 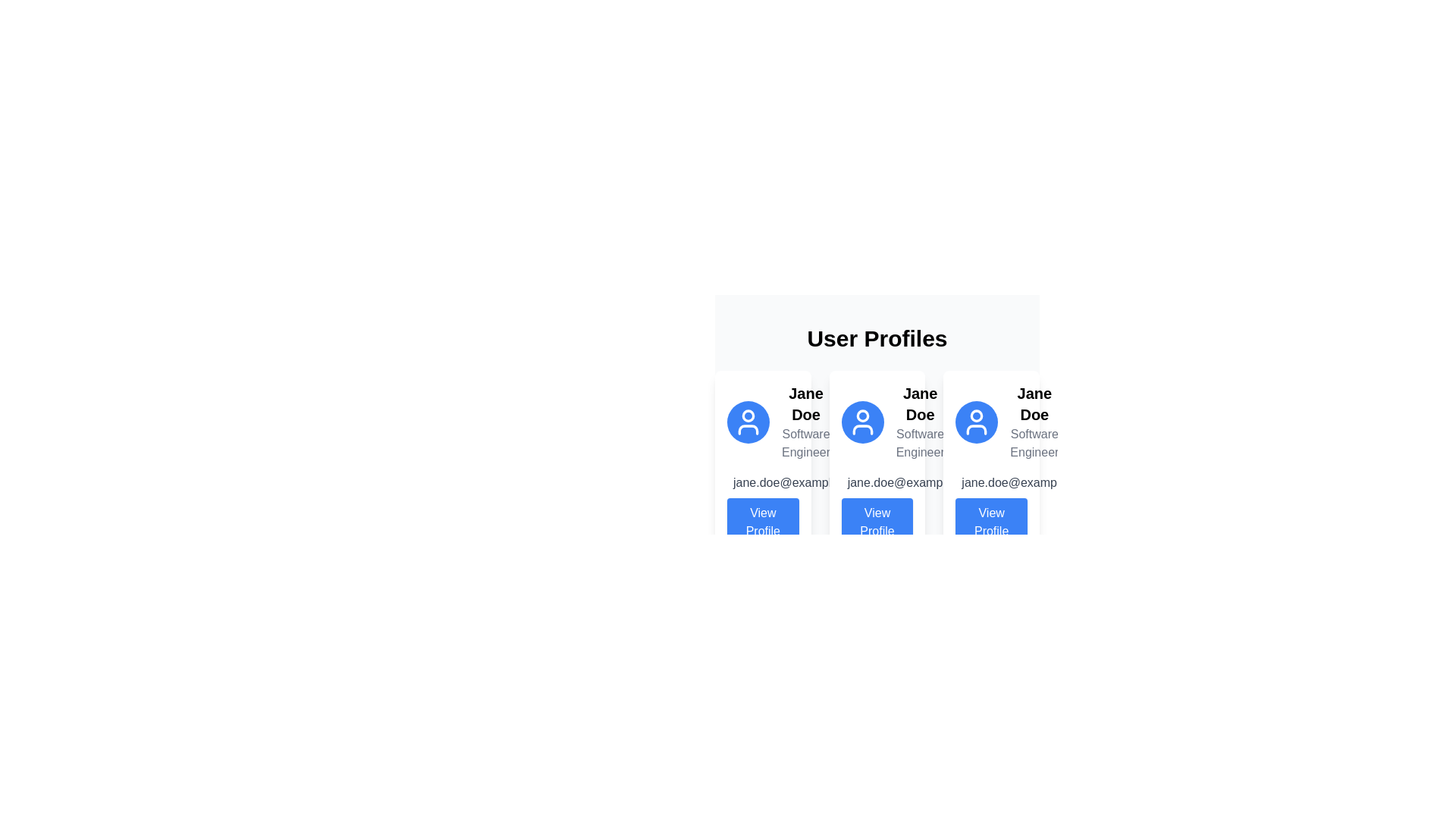 What do you see at coordinates (919, 444) in the screenshot?
I see `the 'Software Engineer' text label located below the name 'Jane Doe' in the second user profile card from the left` at bounding box center [919, 444].